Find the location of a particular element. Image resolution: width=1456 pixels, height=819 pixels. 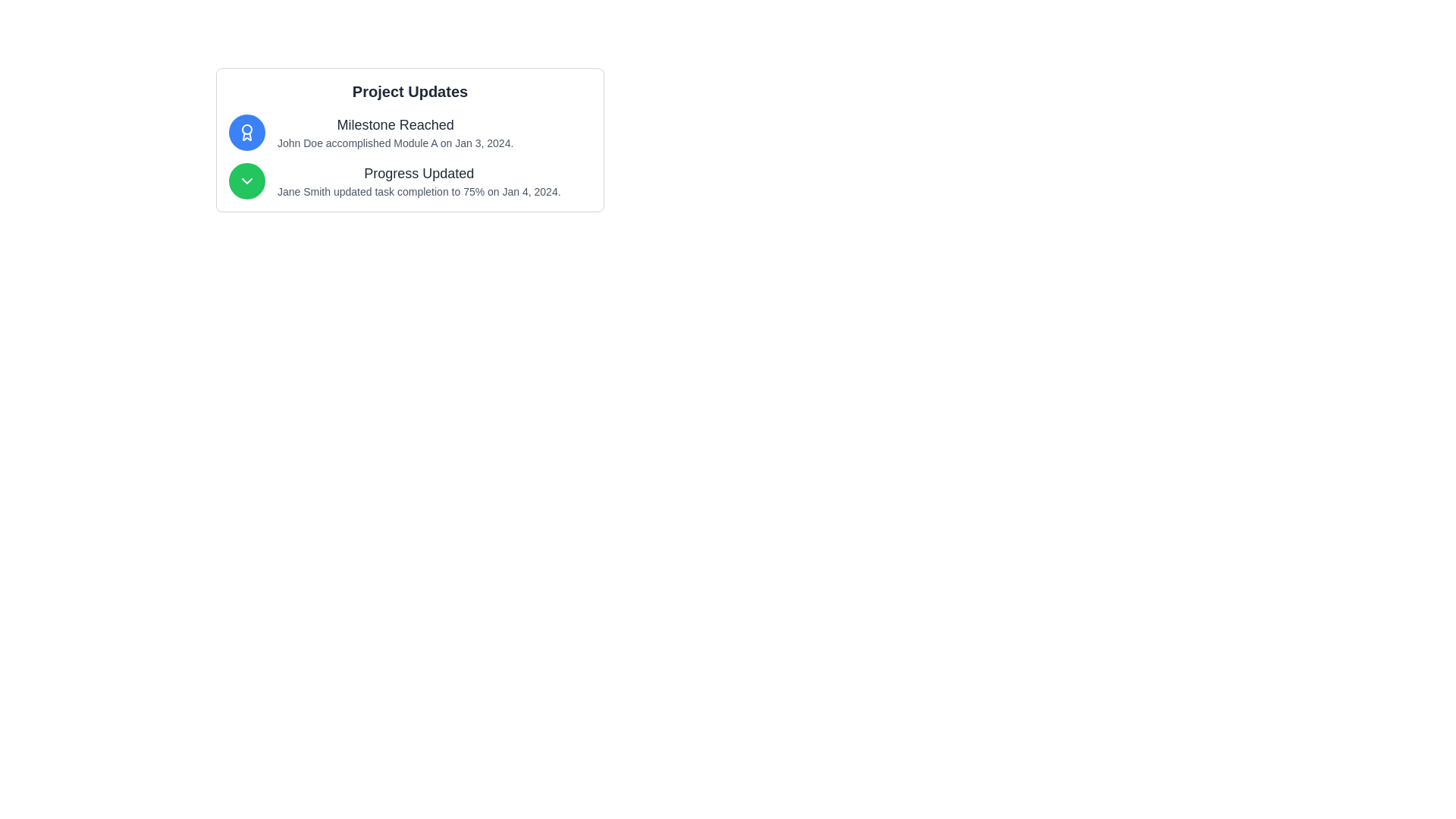

the achievement icon located at the top left corner of the card under 'Project Updates', aligned with the title 'Milestone Reached' is located at coordinates (247, 131).